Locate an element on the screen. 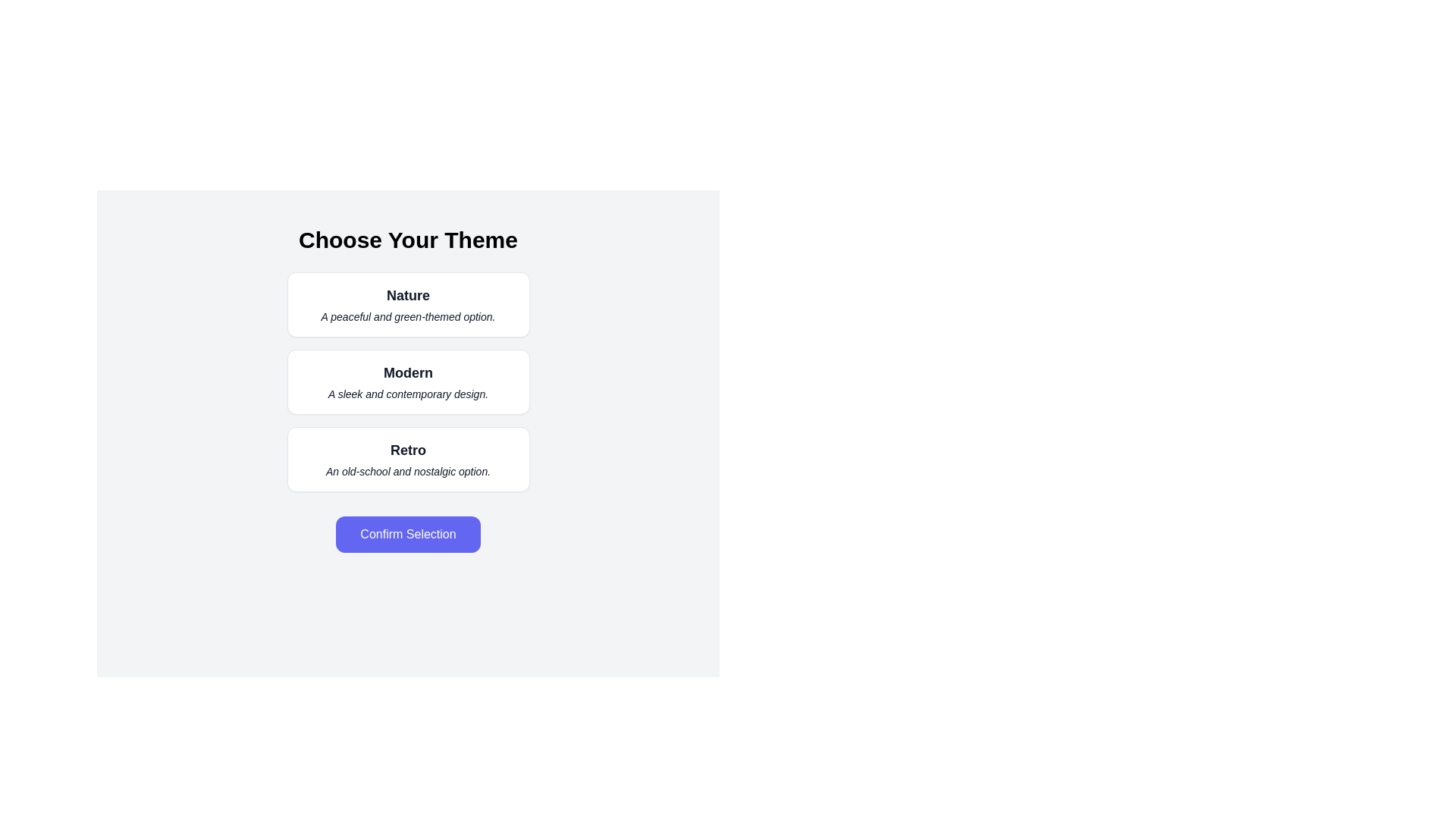  the 'Retro' theme selectable card, which is the third option in a vertical list of three elements, following 'Nature' and 'Modern' is located at coordinates (408, 458).